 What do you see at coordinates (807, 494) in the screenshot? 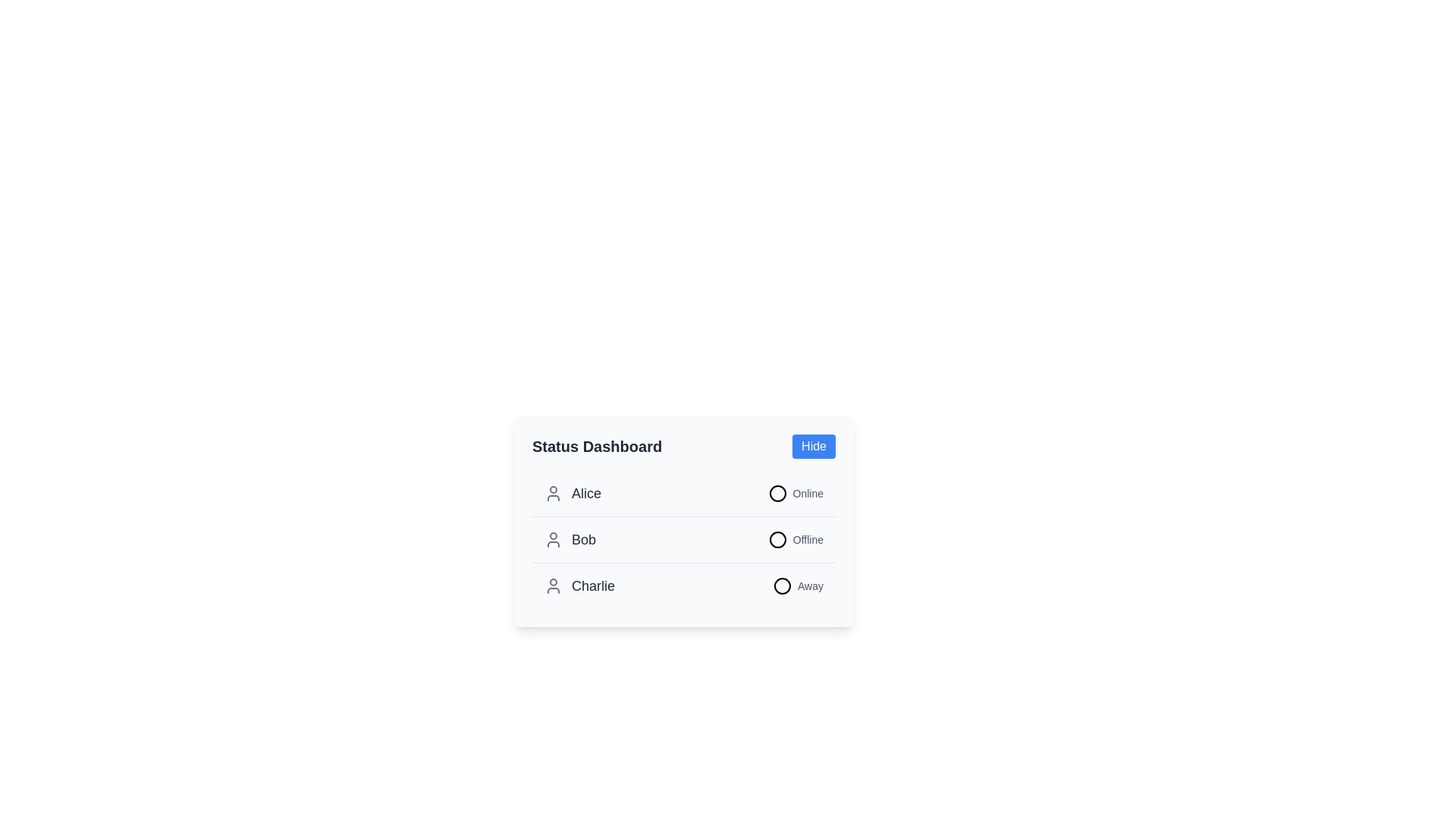
I see `the static text label indicating 'Online' status for the user 'Alice' in the Status Dashboard` at bounding box center [807, 494].